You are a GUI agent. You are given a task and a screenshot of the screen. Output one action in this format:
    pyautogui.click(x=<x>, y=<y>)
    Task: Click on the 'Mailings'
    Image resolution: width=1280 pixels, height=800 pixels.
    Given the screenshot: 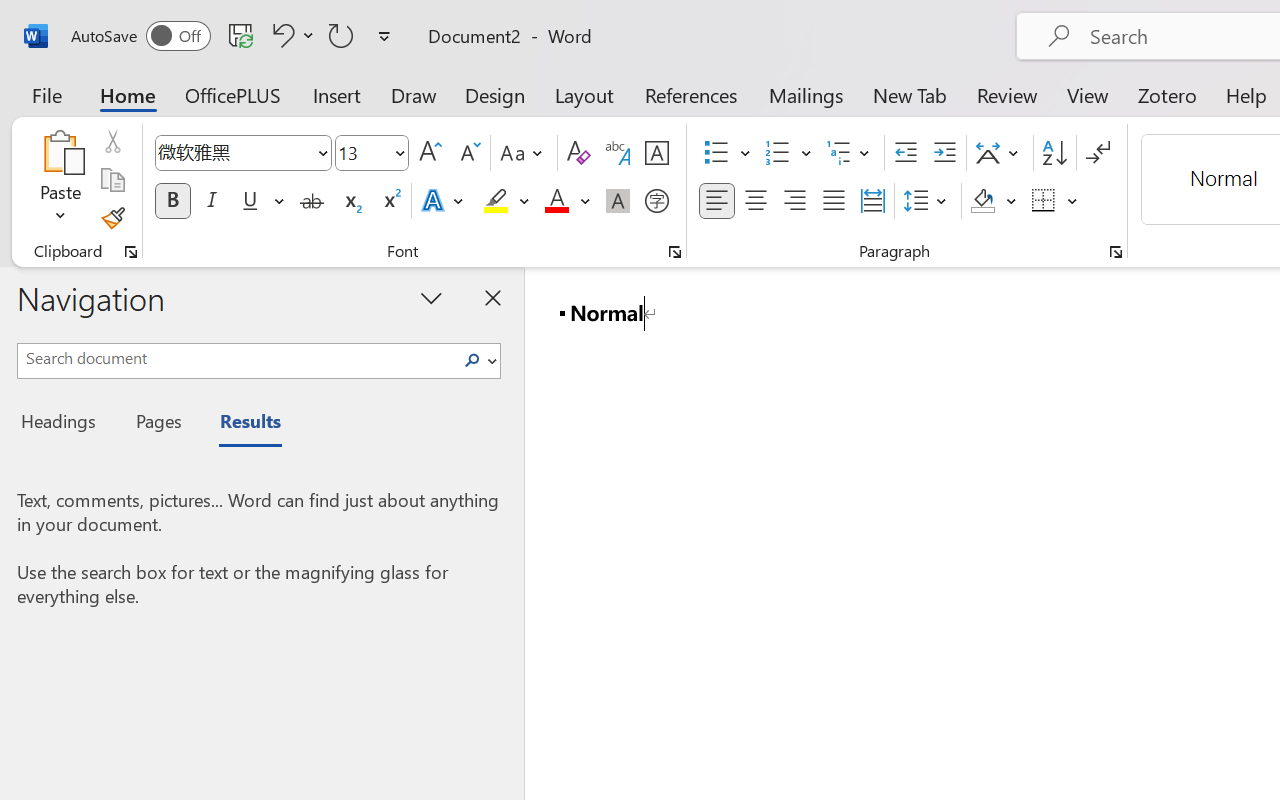 What is the action you would take?
    pyautogui.click(x=806, y=94)
    